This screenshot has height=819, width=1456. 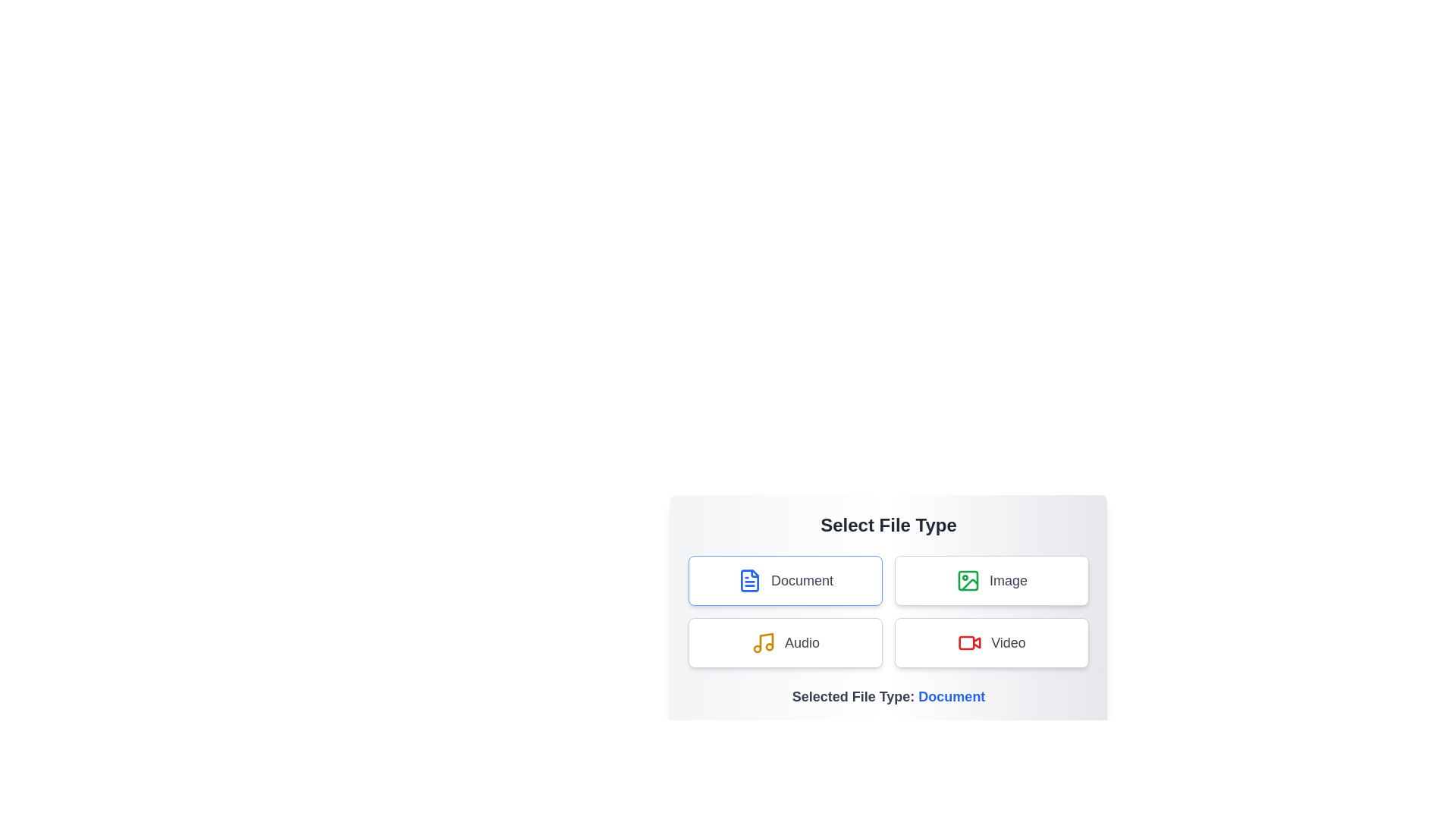 What do you see at coordinates (967, 580) in the screenshot?
I see `the green rounded square frame that is part of an image icon representing a file type option` at bounding box center [967, 580].